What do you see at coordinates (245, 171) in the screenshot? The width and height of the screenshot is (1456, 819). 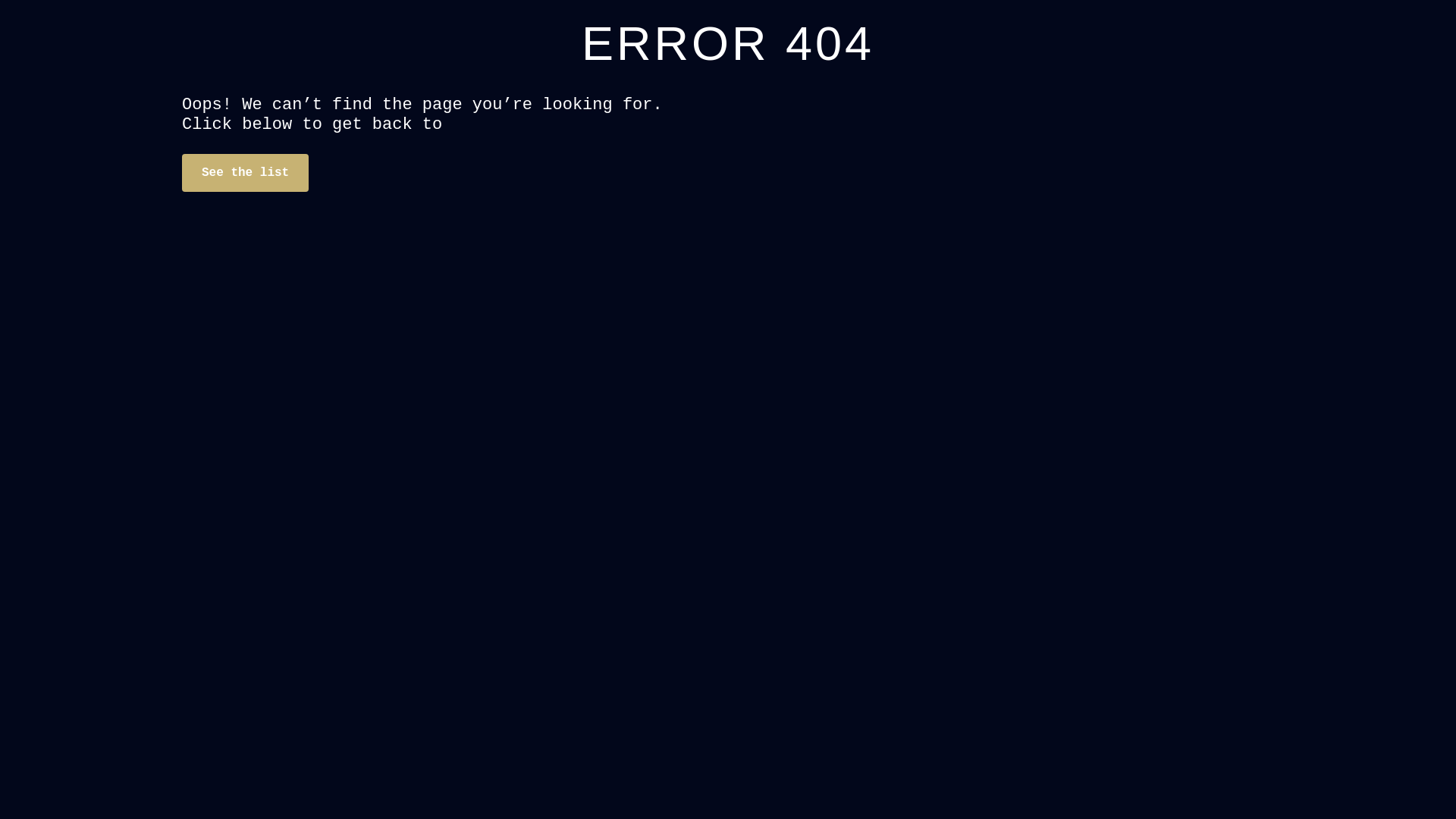 I see `'See the list'` at bounding box center [245, 171].